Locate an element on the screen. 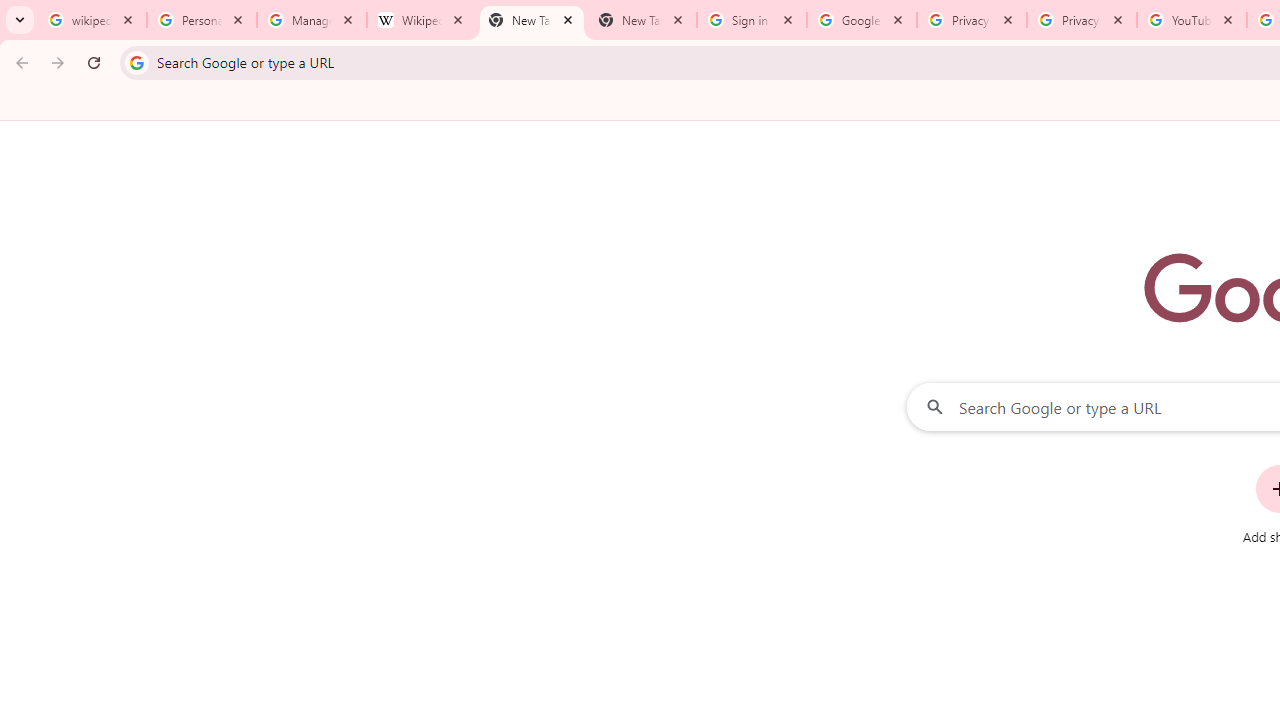 This screenshot has height=720, width=1280. 'Personalization & Google Search results - Google Search Help' is located at coordinates (202, 20).